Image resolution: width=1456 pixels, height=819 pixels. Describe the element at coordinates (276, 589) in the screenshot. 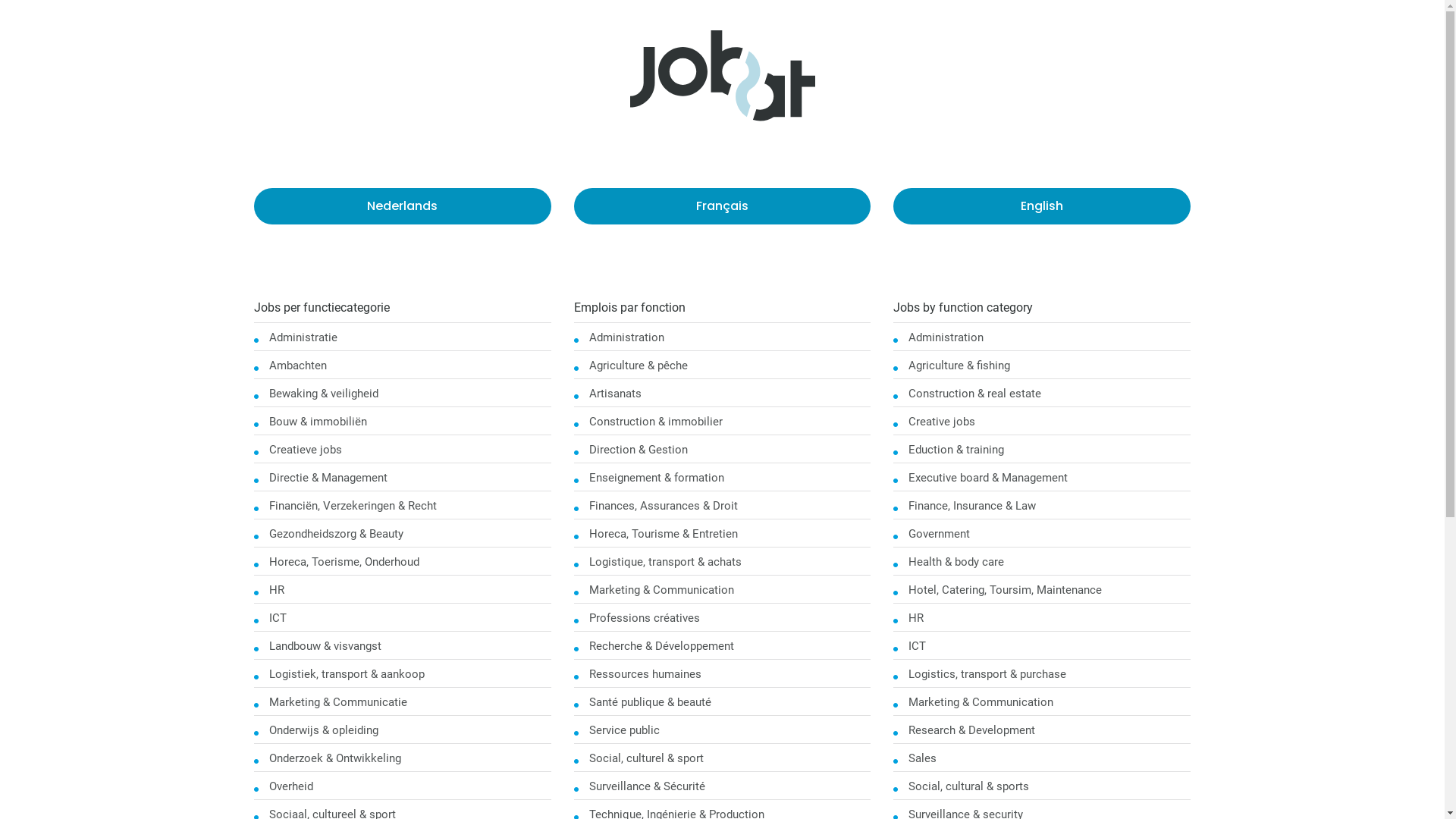

I see `'HR'` at that location.